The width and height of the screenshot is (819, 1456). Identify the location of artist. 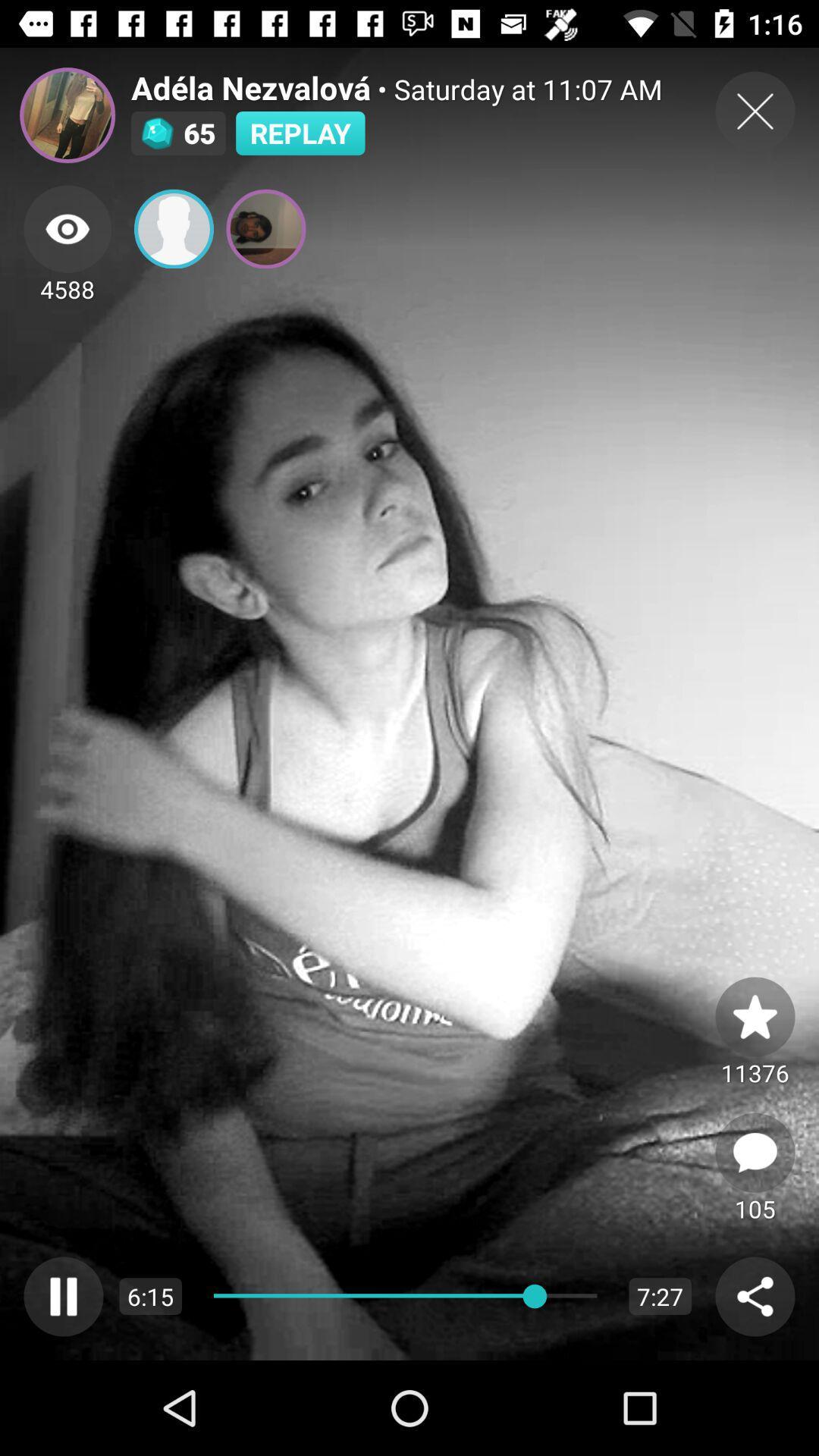
(67, 115).